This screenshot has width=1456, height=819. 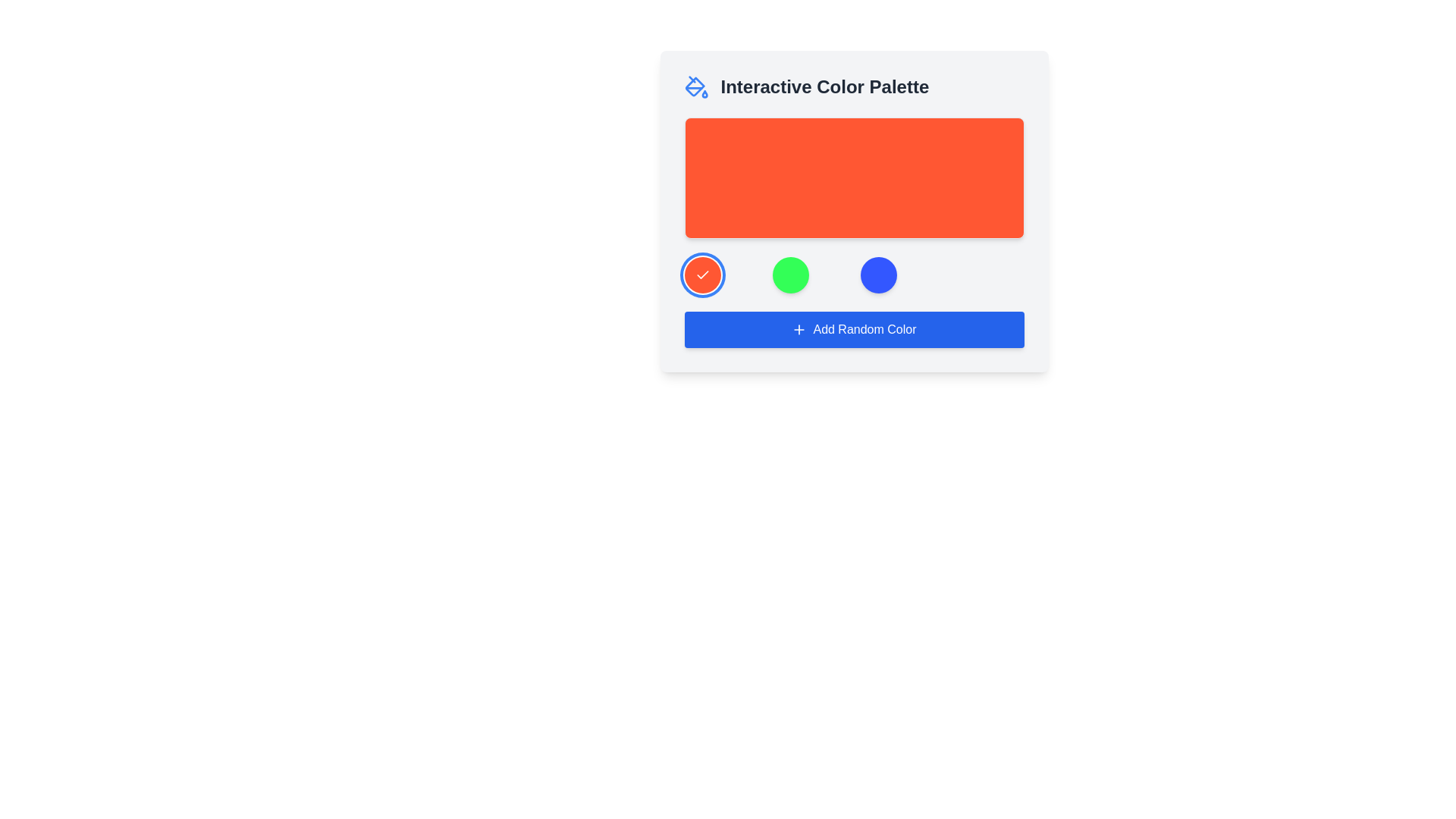 I want to click on the graphical icon representing the art or colors theme, located near the title 'Interactive Color Palette', so click(x=694, y=86).